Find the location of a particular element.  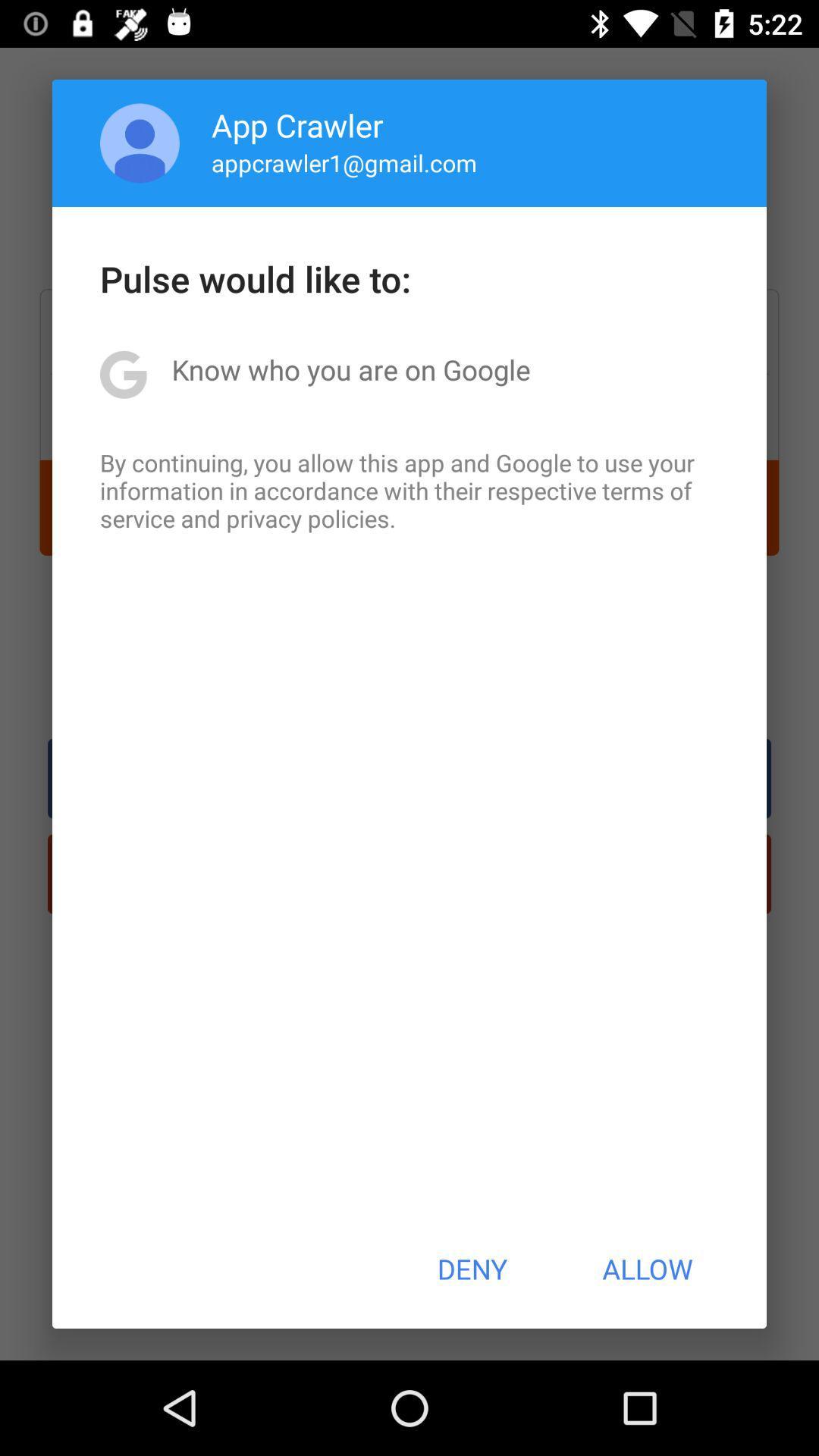

the appcrawler1@gmail.com is located at coordinates (344, 162).